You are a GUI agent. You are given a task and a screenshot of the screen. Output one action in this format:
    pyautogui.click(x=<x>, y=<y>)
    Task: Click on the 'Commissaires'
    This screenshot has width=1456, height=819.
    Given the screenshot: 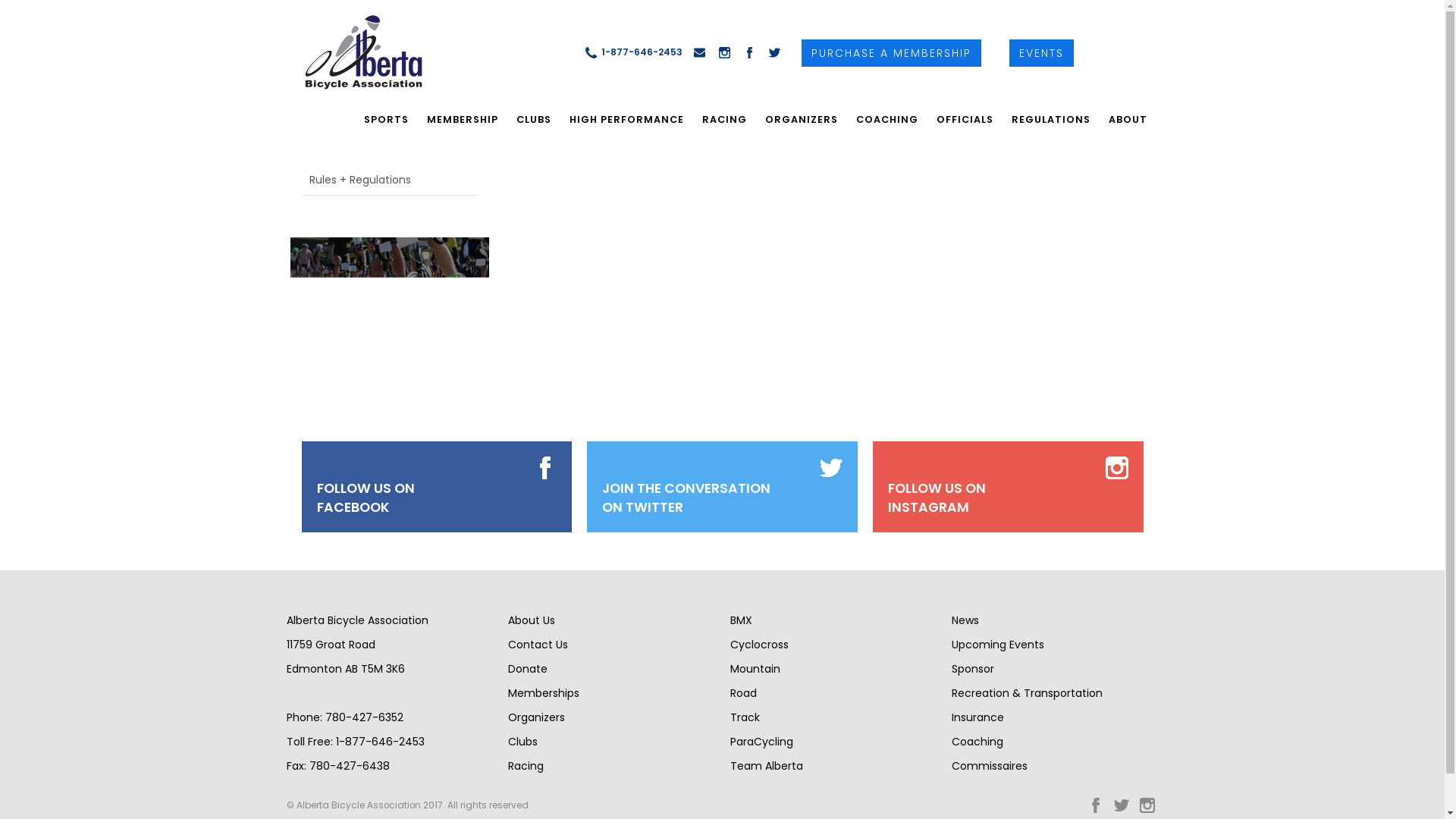 What is the action you would take?
    pyautogui.click(x=990, y=766)
    